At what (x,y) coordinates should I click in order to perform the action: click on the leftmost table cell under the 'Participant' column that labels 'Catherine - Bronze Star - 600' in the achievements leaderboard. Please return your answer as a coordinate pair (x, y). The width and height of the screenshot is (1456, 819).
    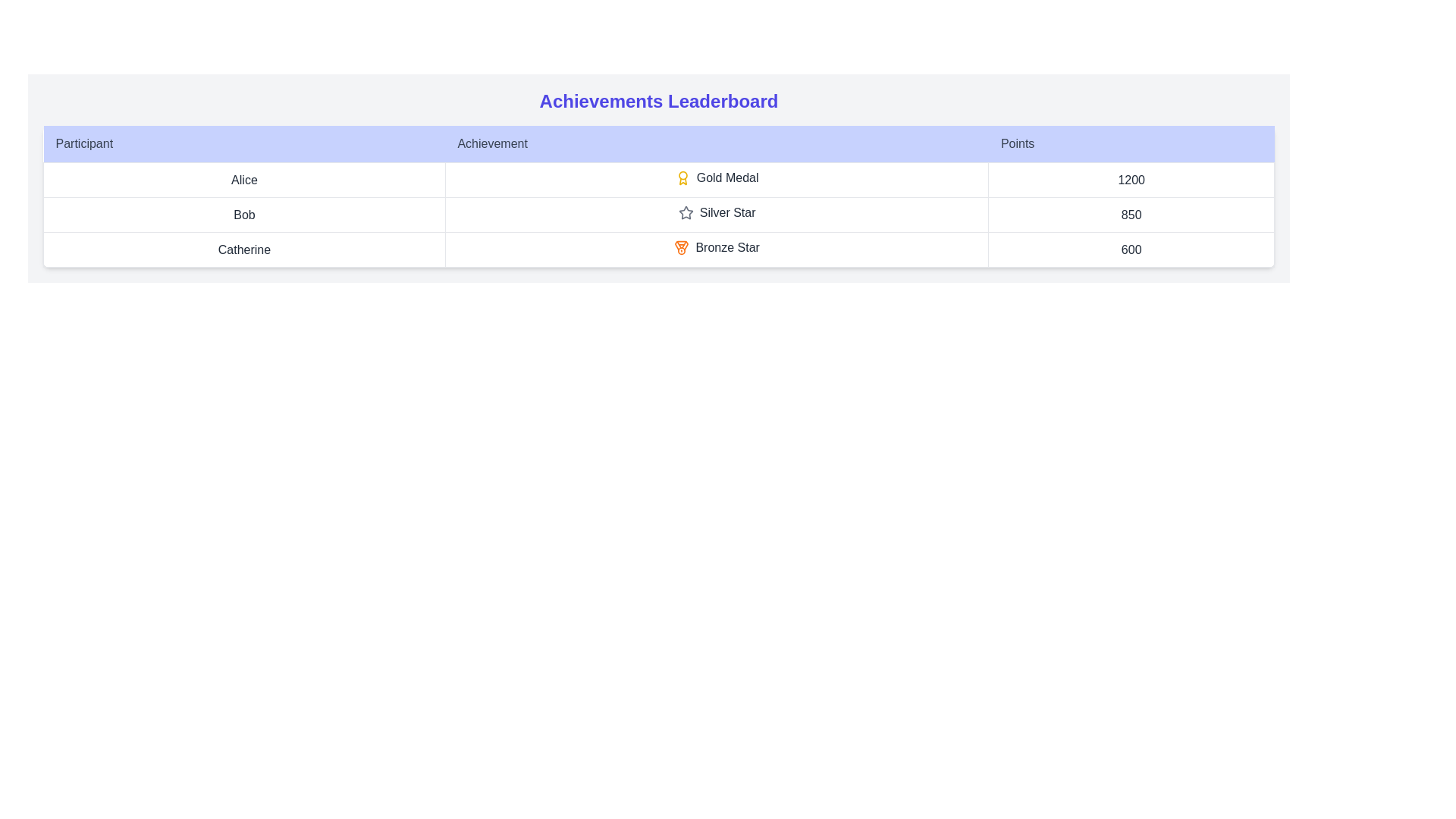
    Looking at the image, I should click on (244, 249).